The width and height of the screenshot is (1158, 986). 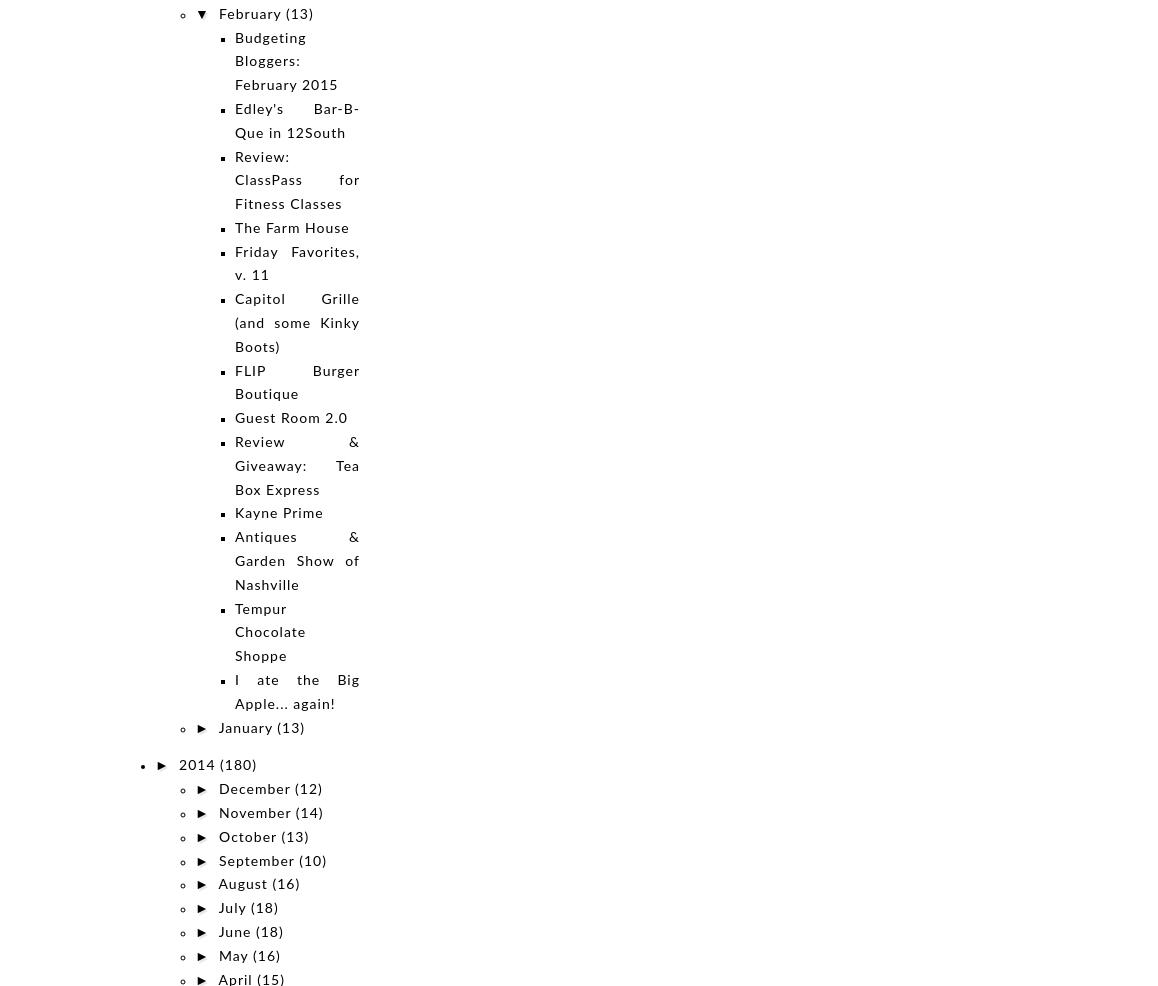 I want to click on 'October', so click(x=249, y=836).